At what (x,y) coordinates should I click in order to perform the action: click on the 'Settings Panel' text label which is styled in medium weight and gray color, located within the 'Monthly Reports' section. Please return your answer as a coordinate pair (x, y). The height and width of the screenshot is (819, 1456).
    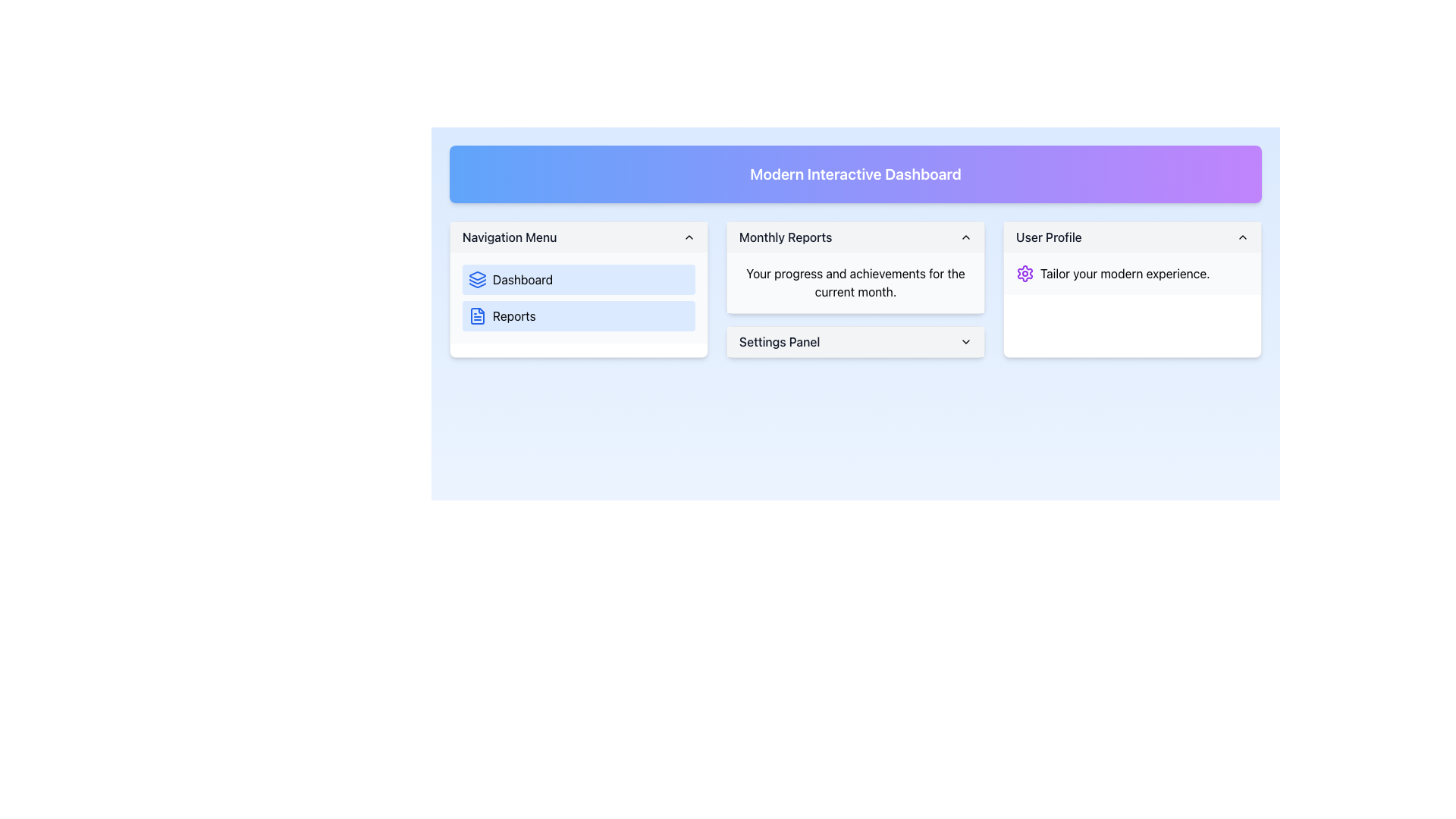
    Looking at the image, I should click on (780, 342).